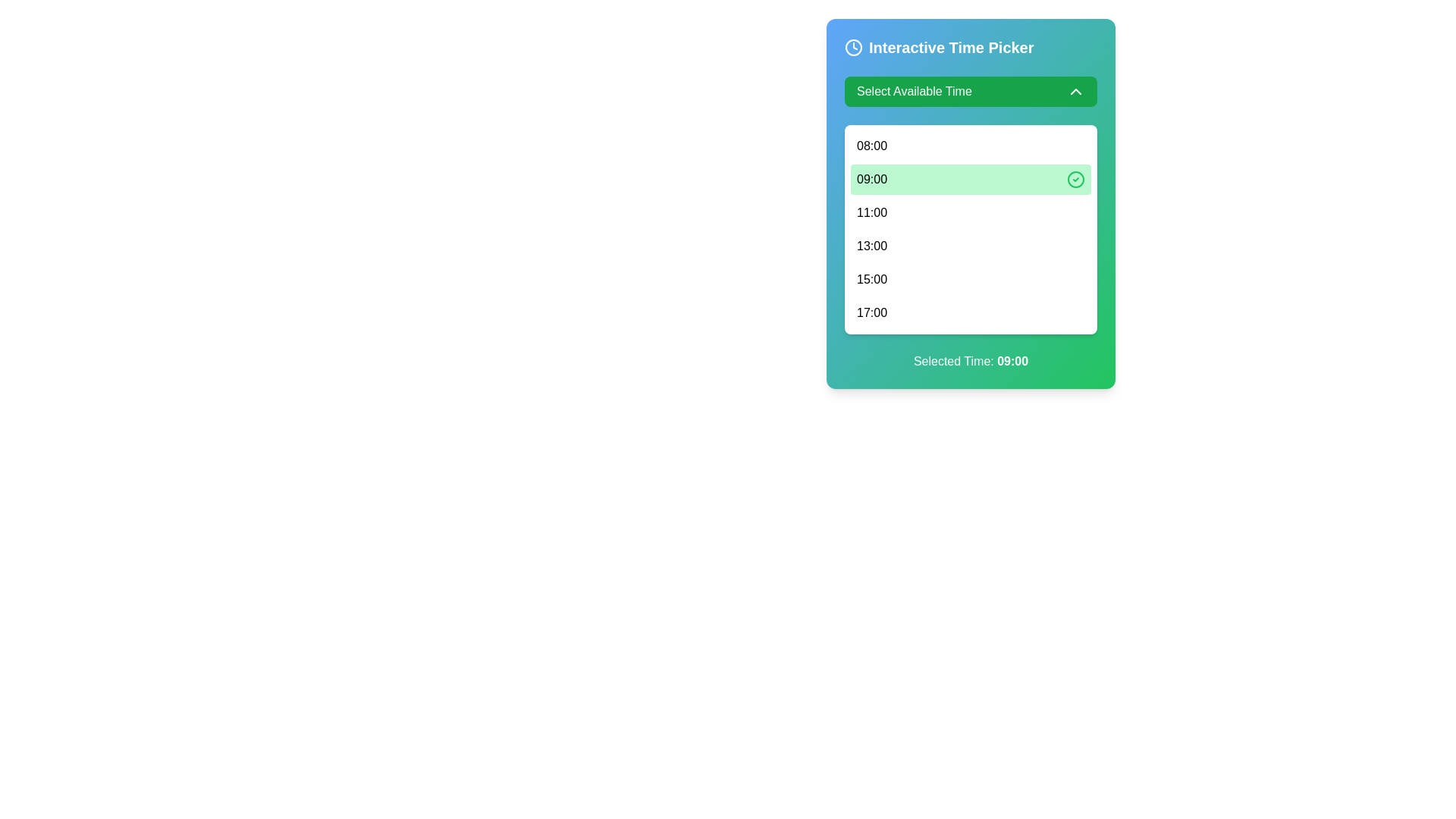  What do you see at coordinates (872, 312) in the screenshot?
I see `the text item displaying '17:00' in the time selection dropdown` at bounding box center [872, 312].